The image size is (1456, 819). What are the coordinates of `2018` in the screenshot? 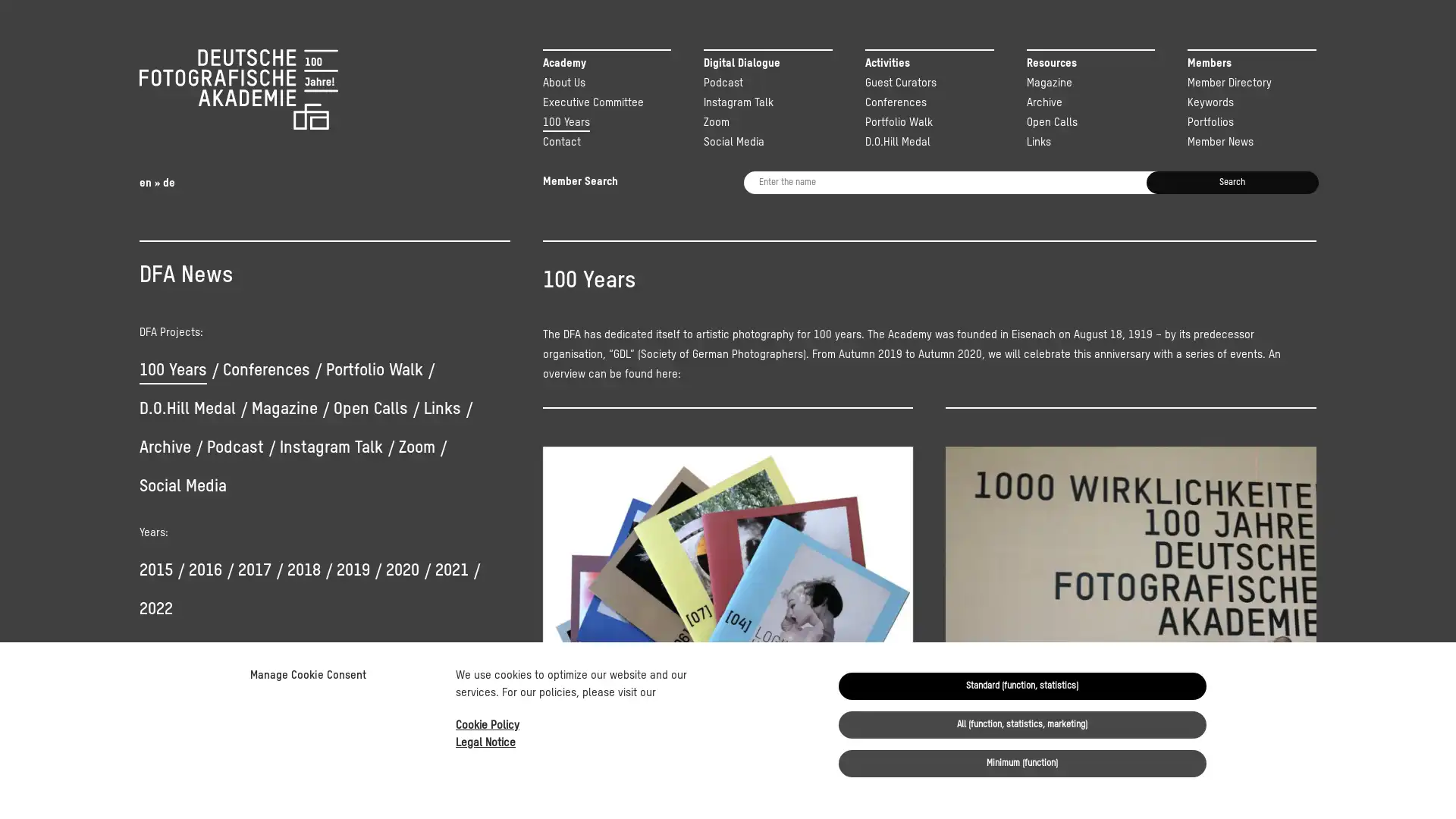 It's located at (303, 570).